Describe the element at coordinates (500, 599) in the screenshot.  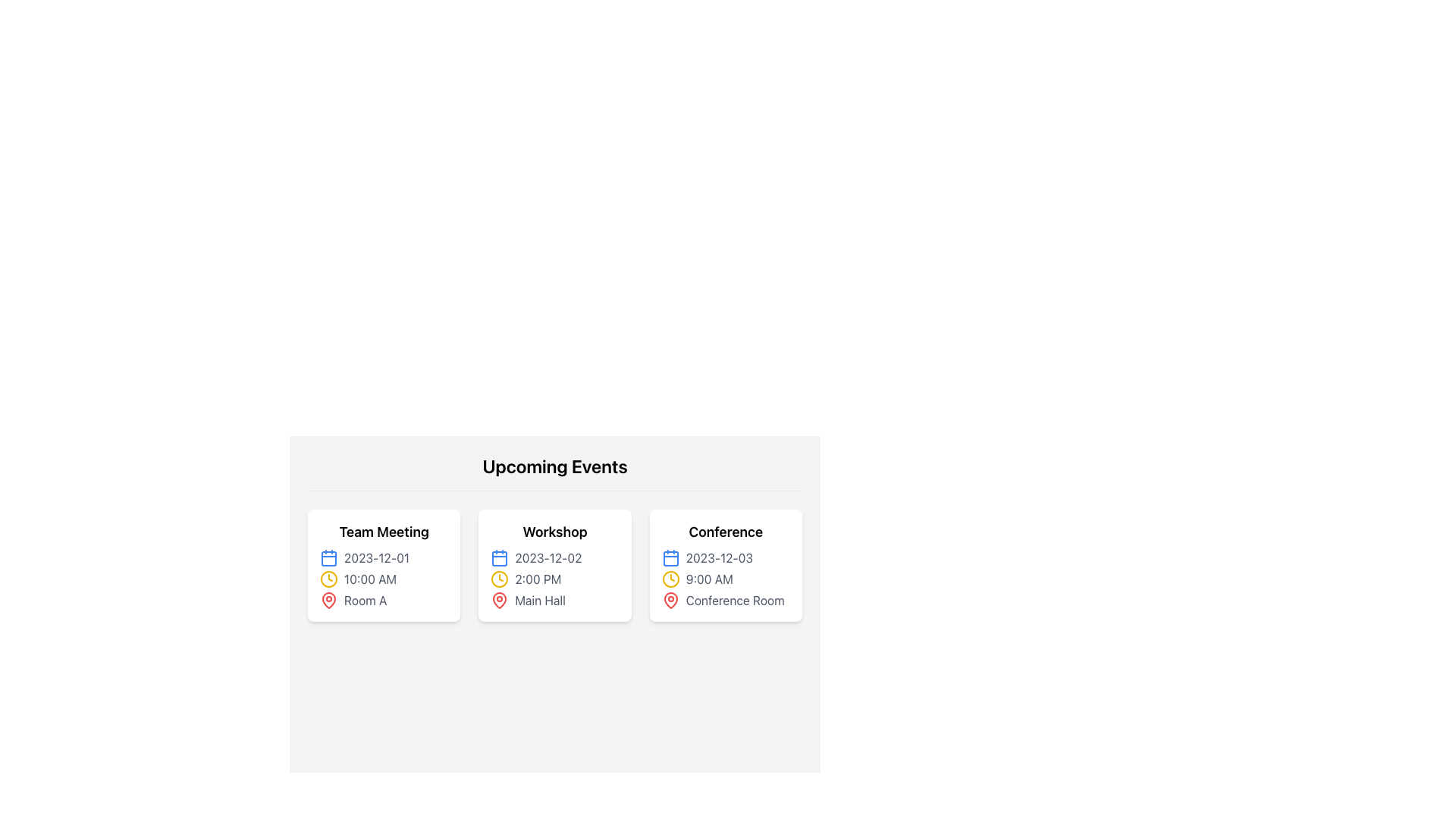
I see `the location pin icon, which is the bottom part of the map pin icon on the 'Workshop' card in the 'Upcoming Events' section` at that location.